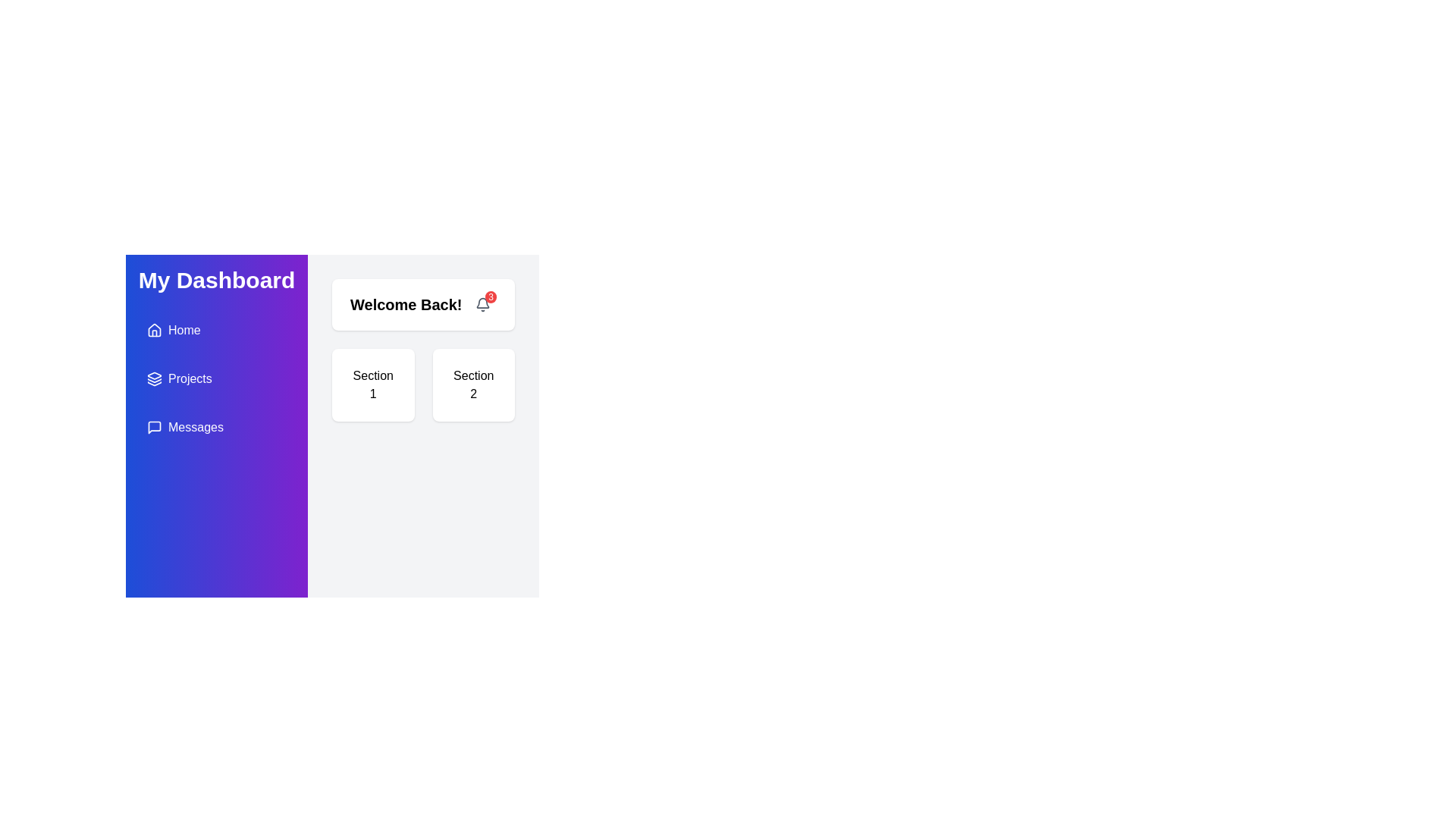  I want to click on the third item in the vertically arranged sidebar labeled 'Messages', so click(216, 427).